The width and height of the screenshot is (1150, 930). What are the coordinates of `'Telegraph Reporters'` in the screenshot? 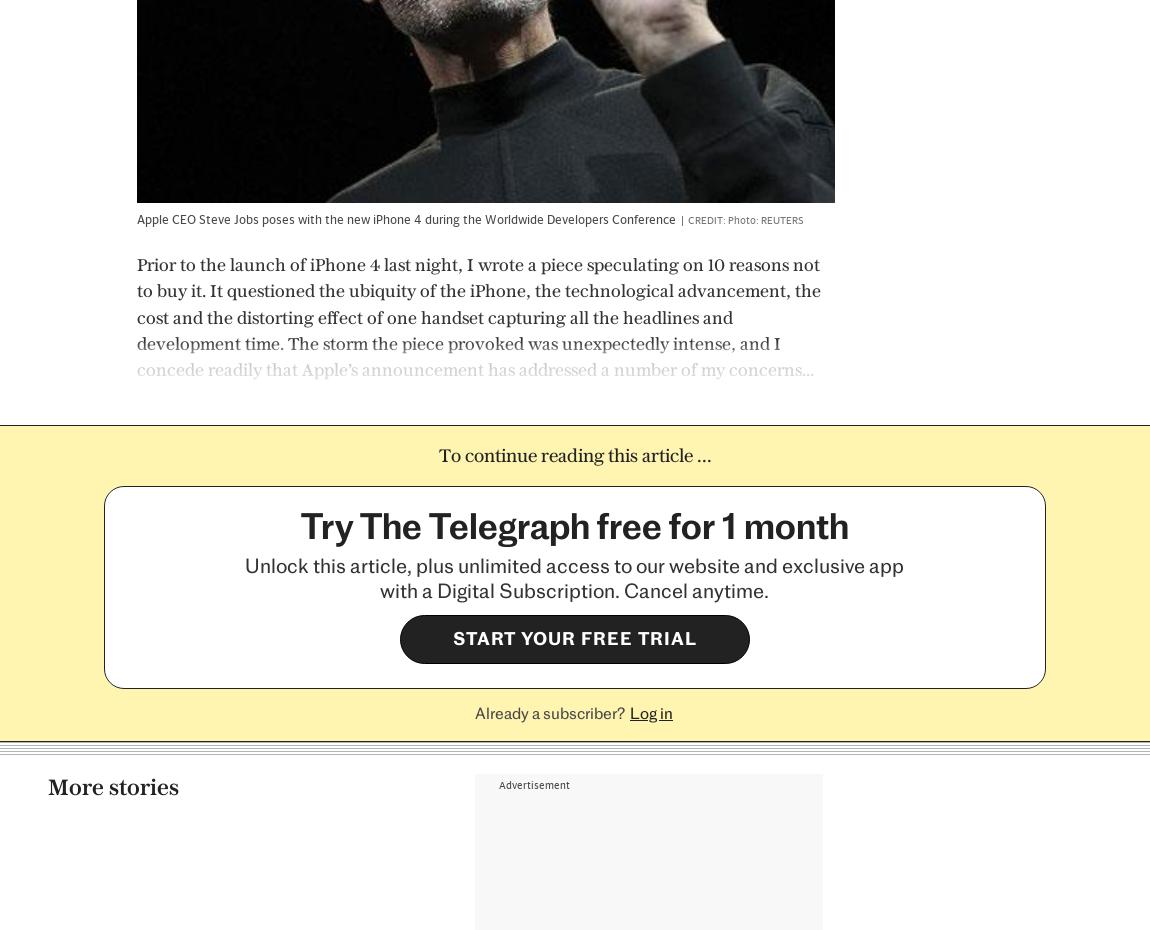 It's located at (602, 663).